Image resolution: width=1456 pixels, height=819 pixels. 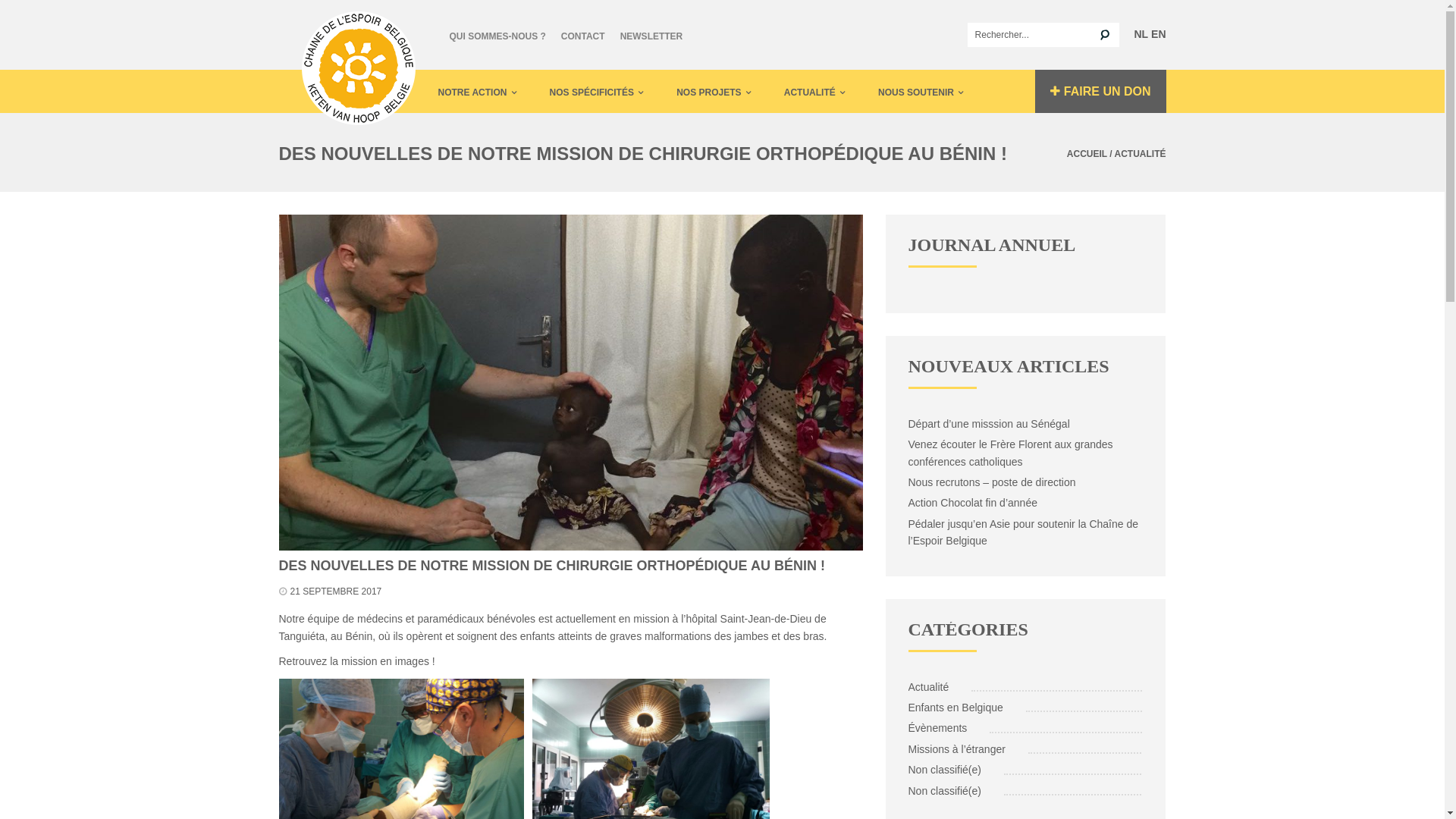 I want to click on '21 SEPTEMBRE 2017', so click(x=334, y=590).